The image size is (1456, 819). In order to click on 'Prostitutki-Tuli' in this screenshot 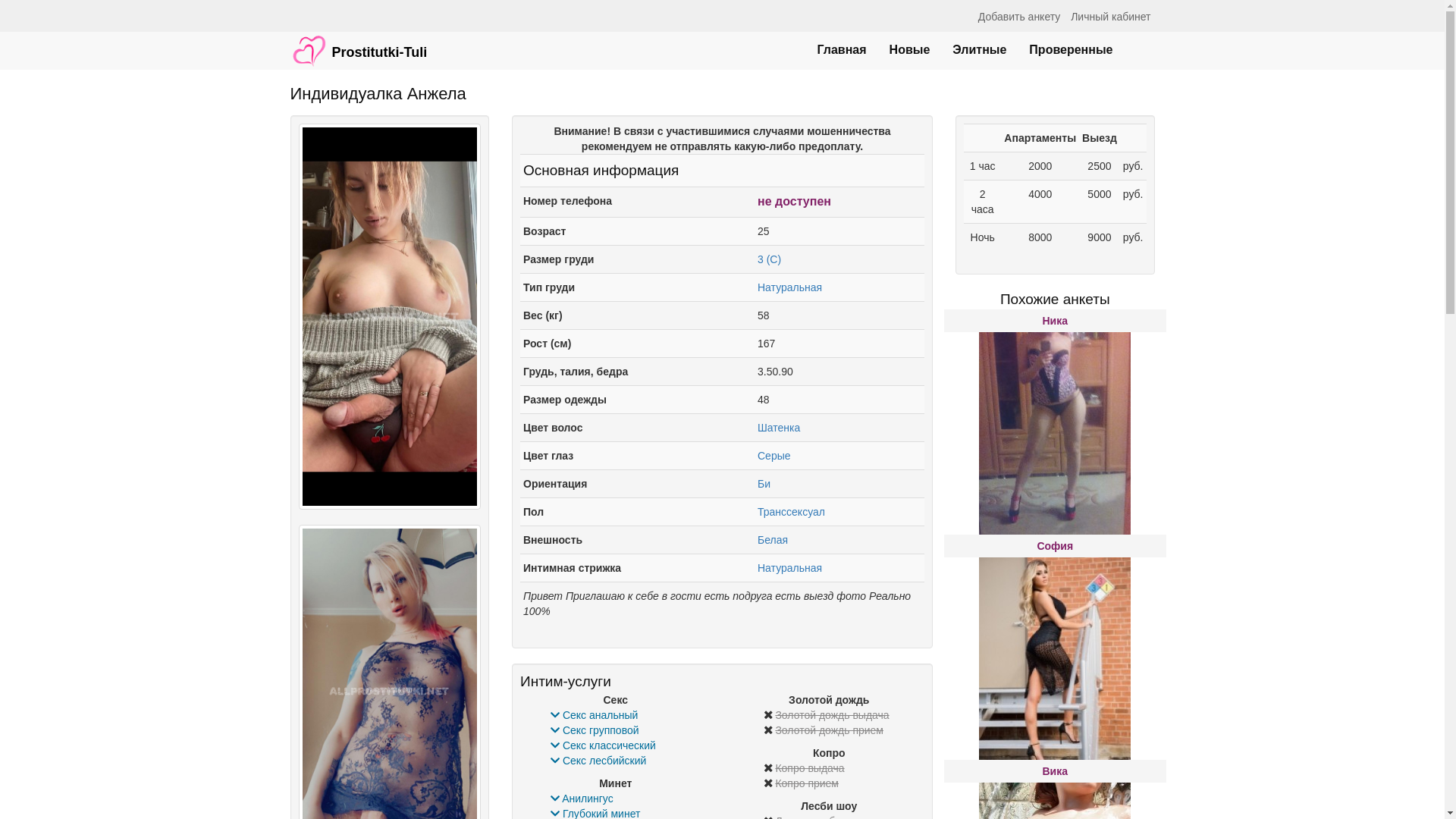, I will do `click(358, 42)`.